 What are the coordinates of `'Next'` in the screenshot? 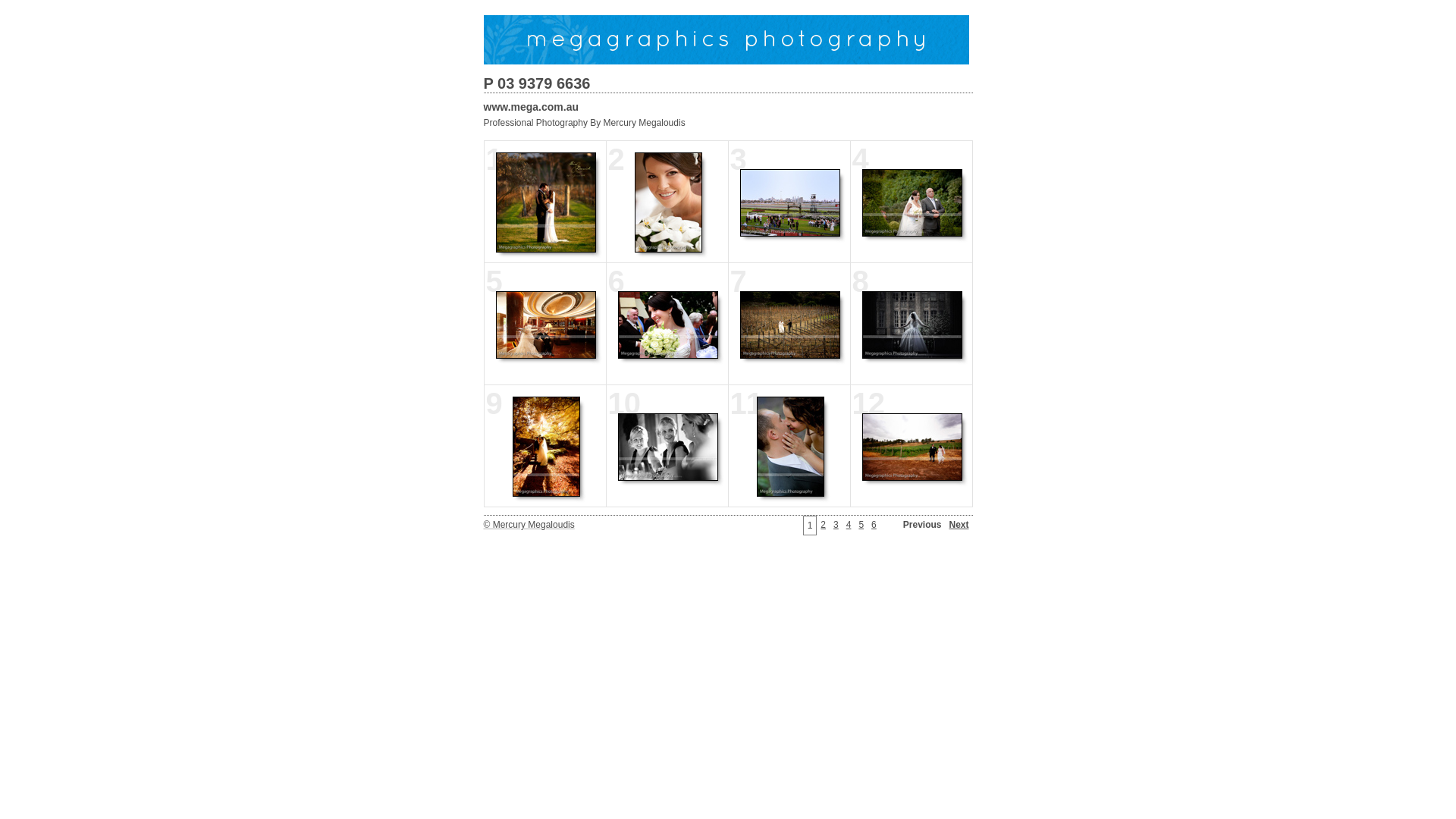 It's located at (957, 523).